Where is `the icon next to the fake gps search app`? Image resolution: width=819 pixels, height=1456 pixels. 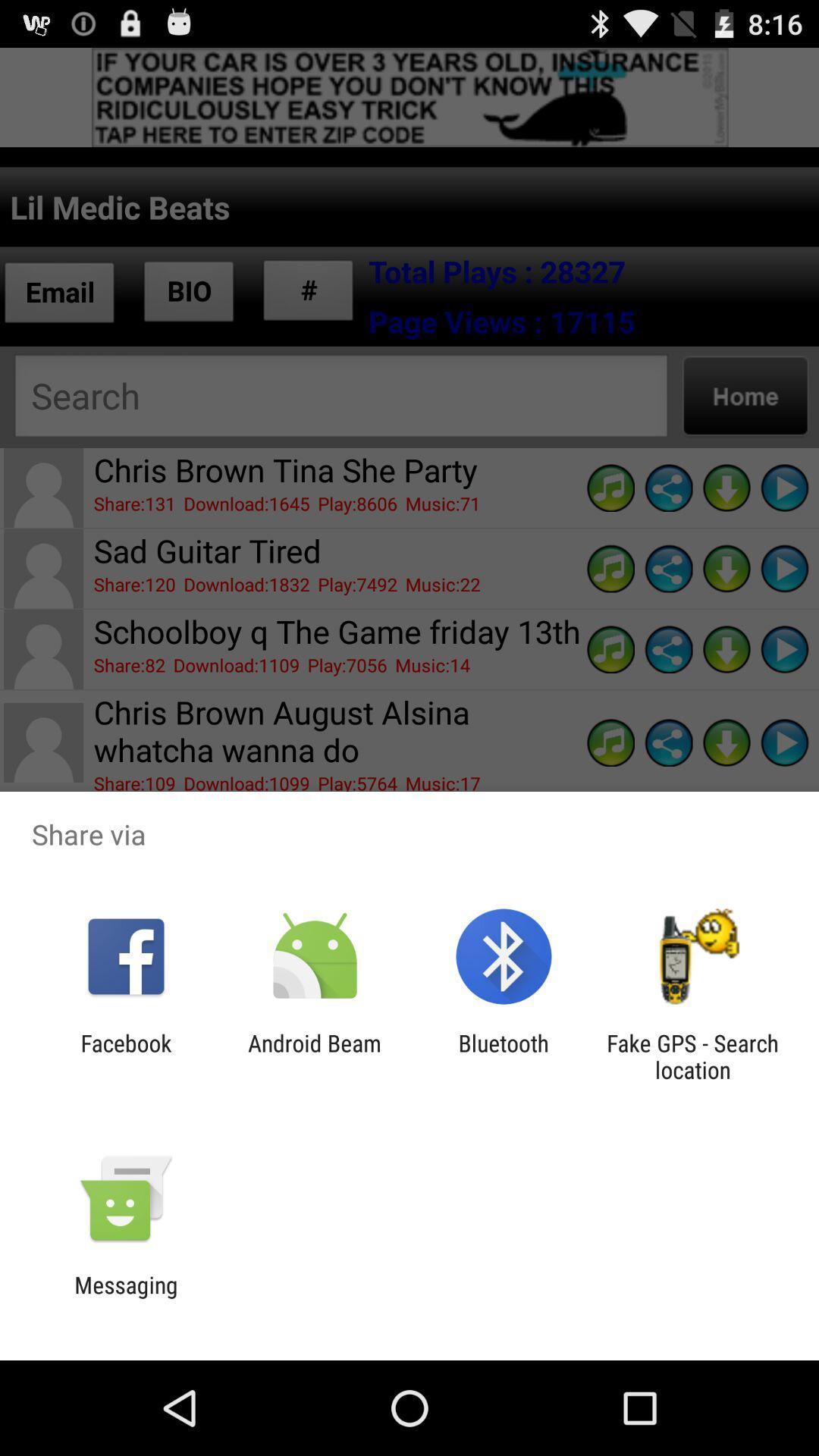 the icon next to the fake gps search app is located at coordinates (504, 1056).